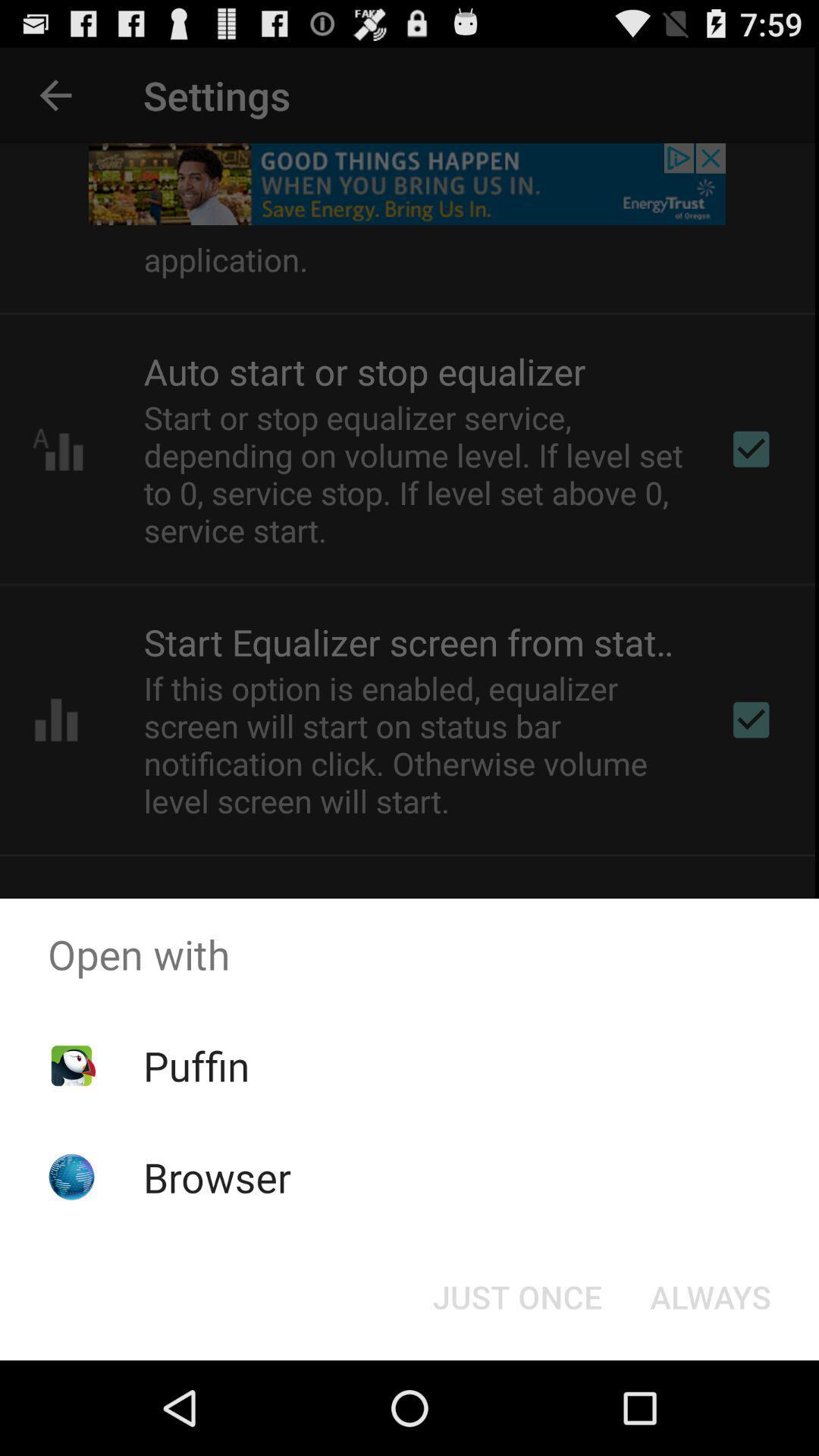  What do you see at coordinates (217, 1176) in the screenshot?
I see `the app below puffin icon` at bounding box center [217, 1176].